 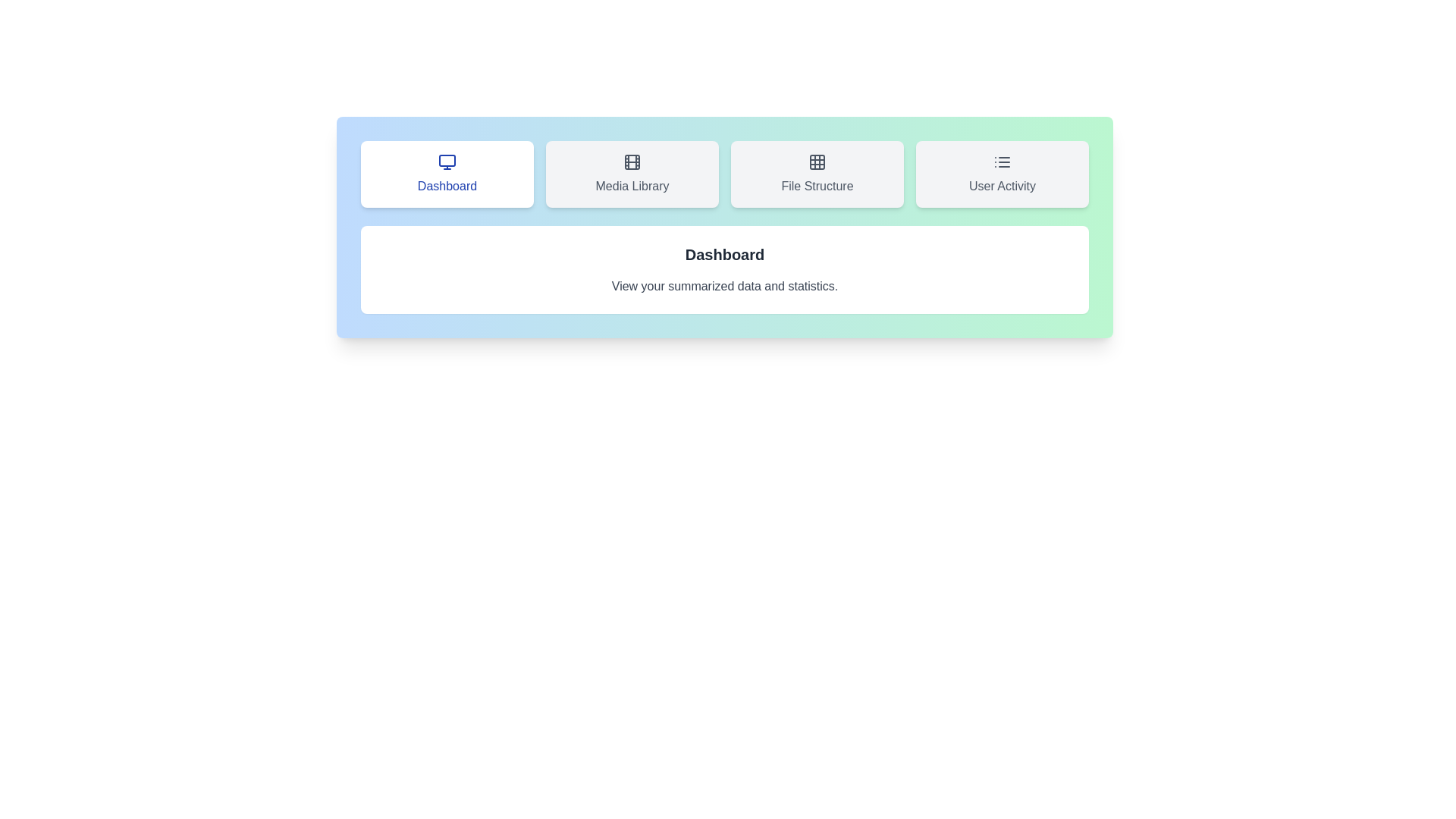 I want to click on the 'Dashboard' tab, so click(x=447, y=174).